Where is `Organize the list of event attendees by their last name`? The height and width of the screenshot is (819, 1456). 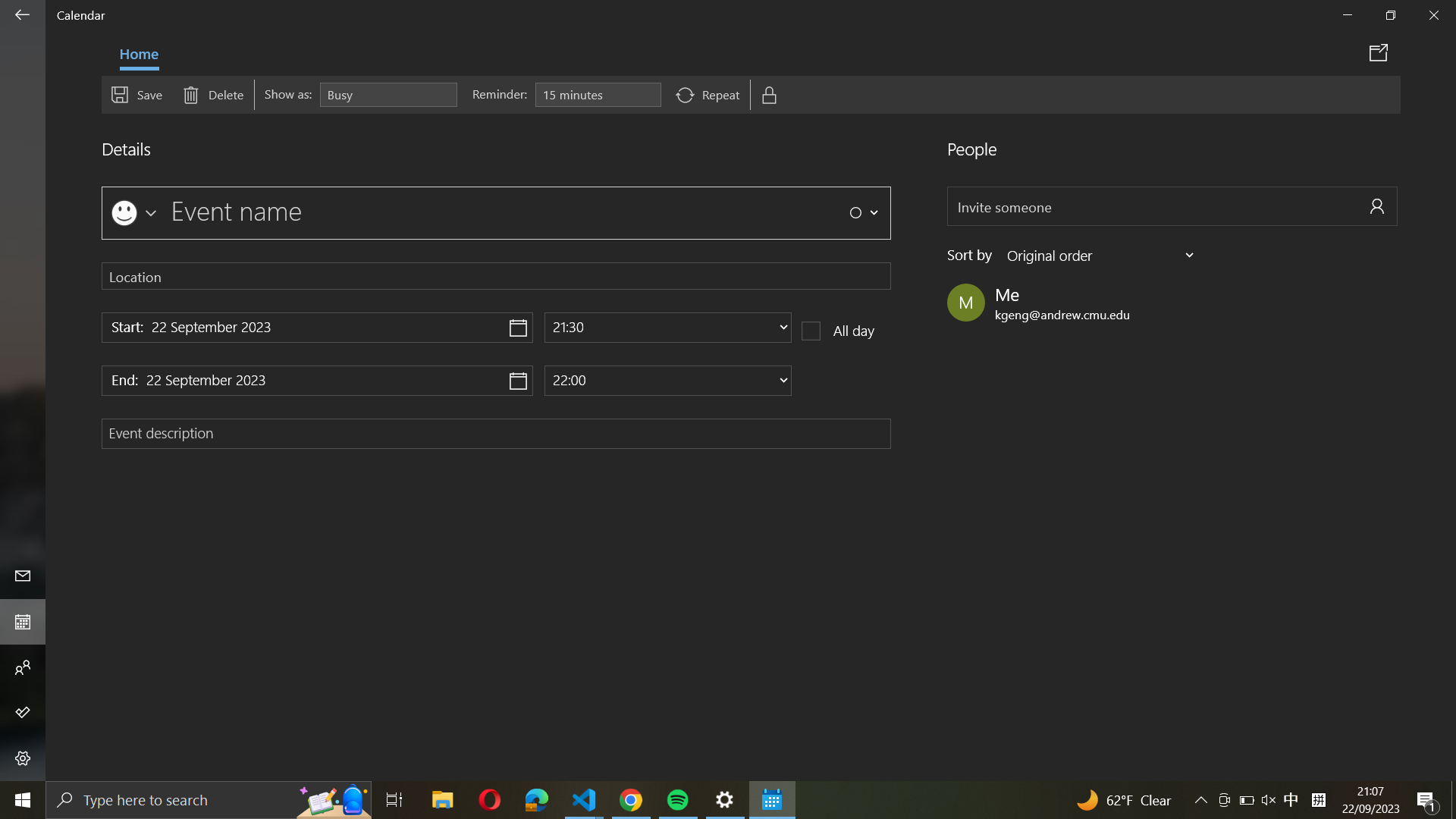 Organize the list of event attendees by their last name is located at coordinates (1102, 254).